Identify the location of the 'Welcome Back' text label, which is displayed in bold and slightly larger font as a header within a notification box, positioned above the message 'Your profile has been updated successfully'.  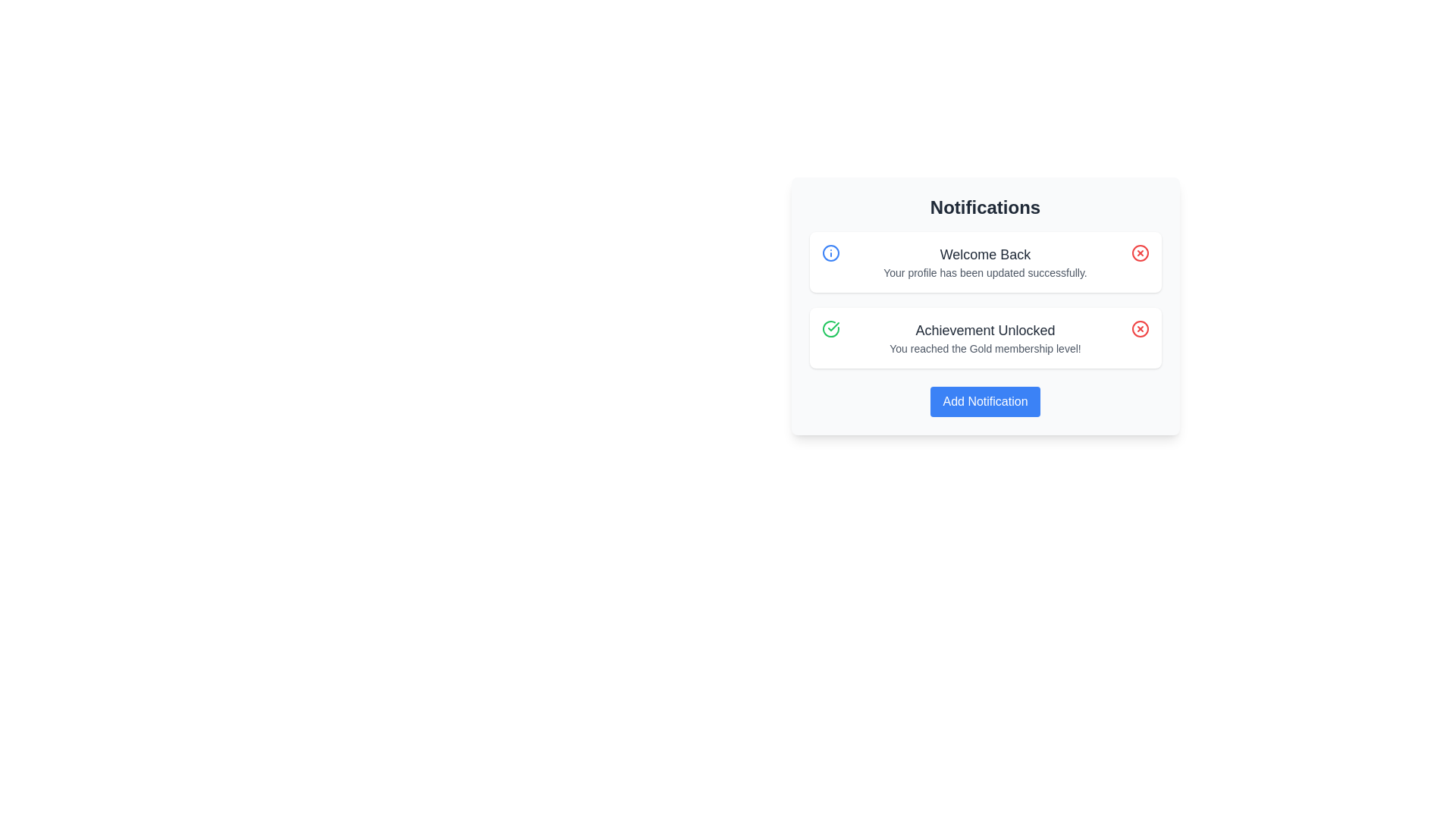
(985, 253).